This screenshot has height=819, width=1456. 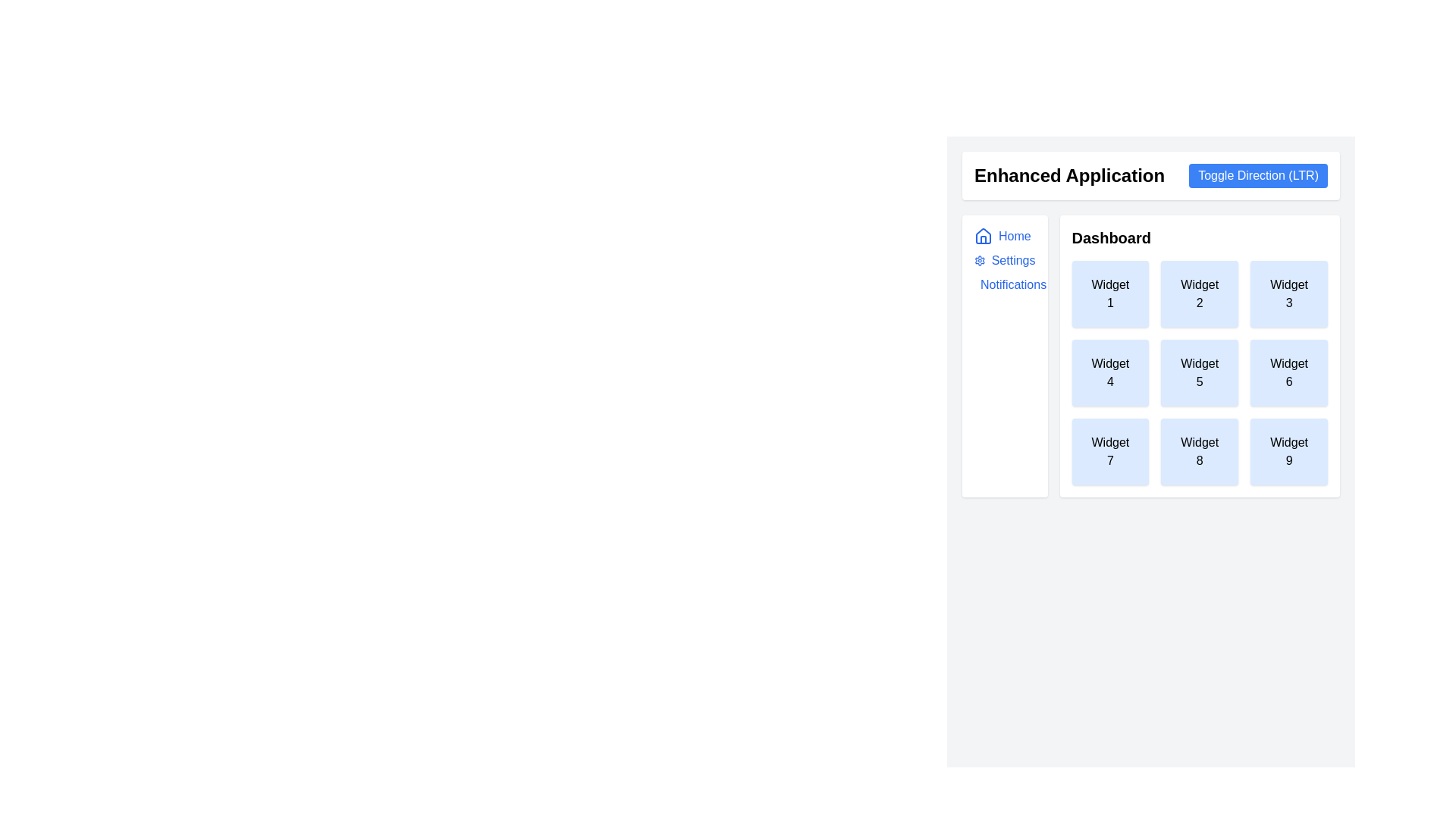 I want to click on the 'Home' navigation link with an icon and text, so click(x=1005, y=237).